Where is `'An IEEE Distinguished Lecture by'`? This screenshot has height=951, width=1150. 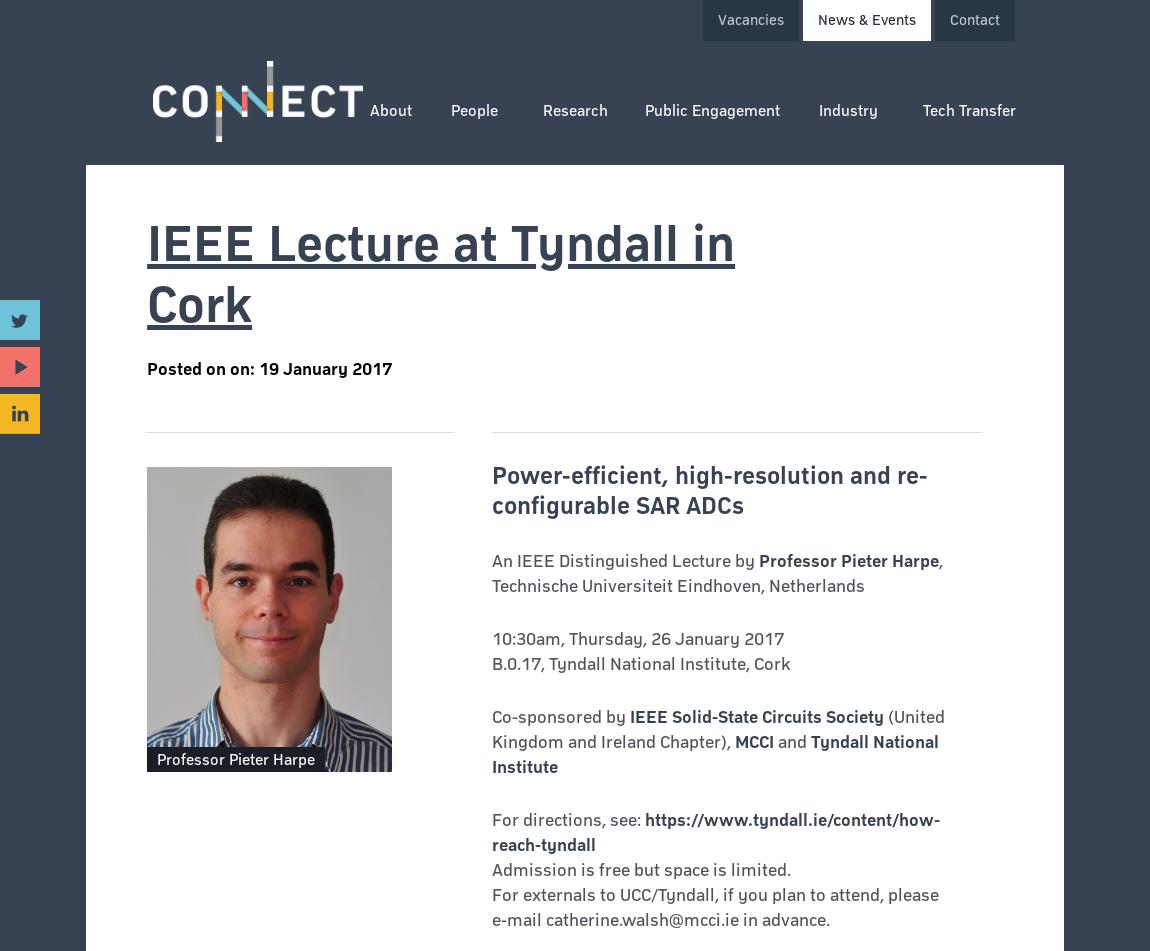 'An IEEE Distinguished Lecture by' is located at coordinates (623, 559).